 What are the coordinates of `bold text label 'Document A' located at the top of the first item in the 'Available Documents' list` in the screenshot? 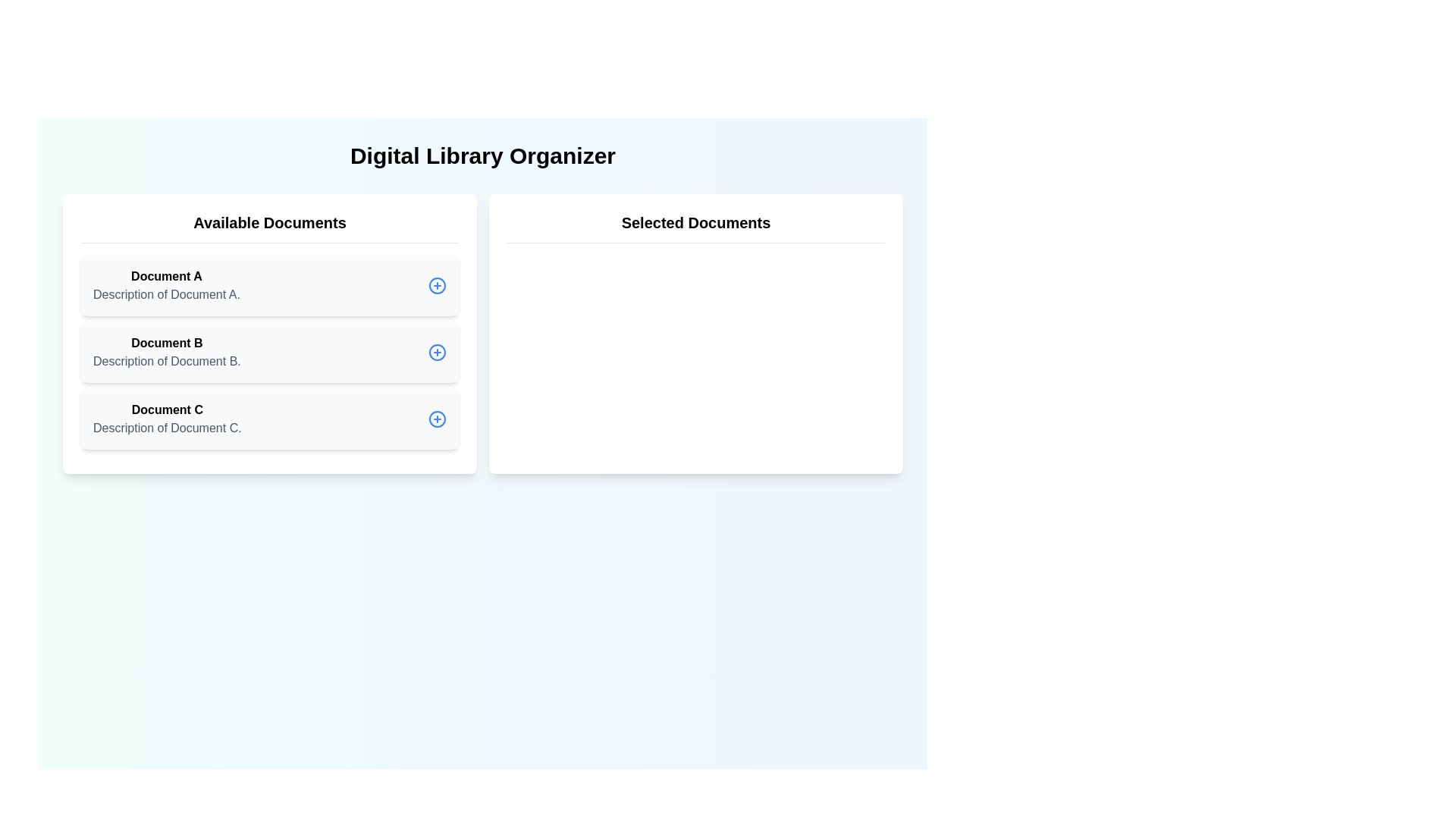 It's located at (167, 277).